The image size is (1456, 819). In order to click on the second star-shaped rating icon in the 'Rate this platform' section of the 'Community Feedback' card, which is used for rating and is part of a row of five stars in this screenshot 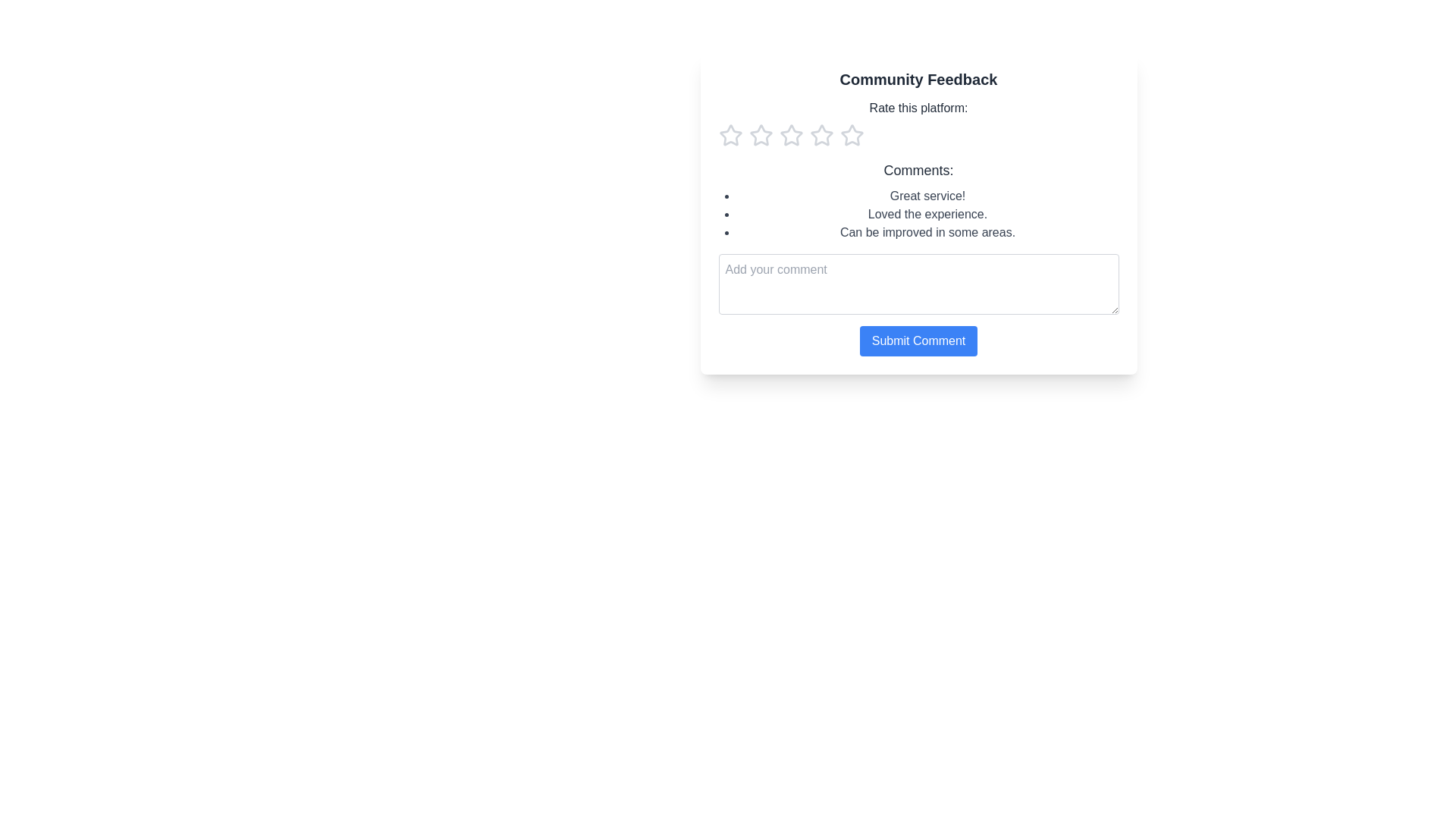, I will do `click(790, 134)`.